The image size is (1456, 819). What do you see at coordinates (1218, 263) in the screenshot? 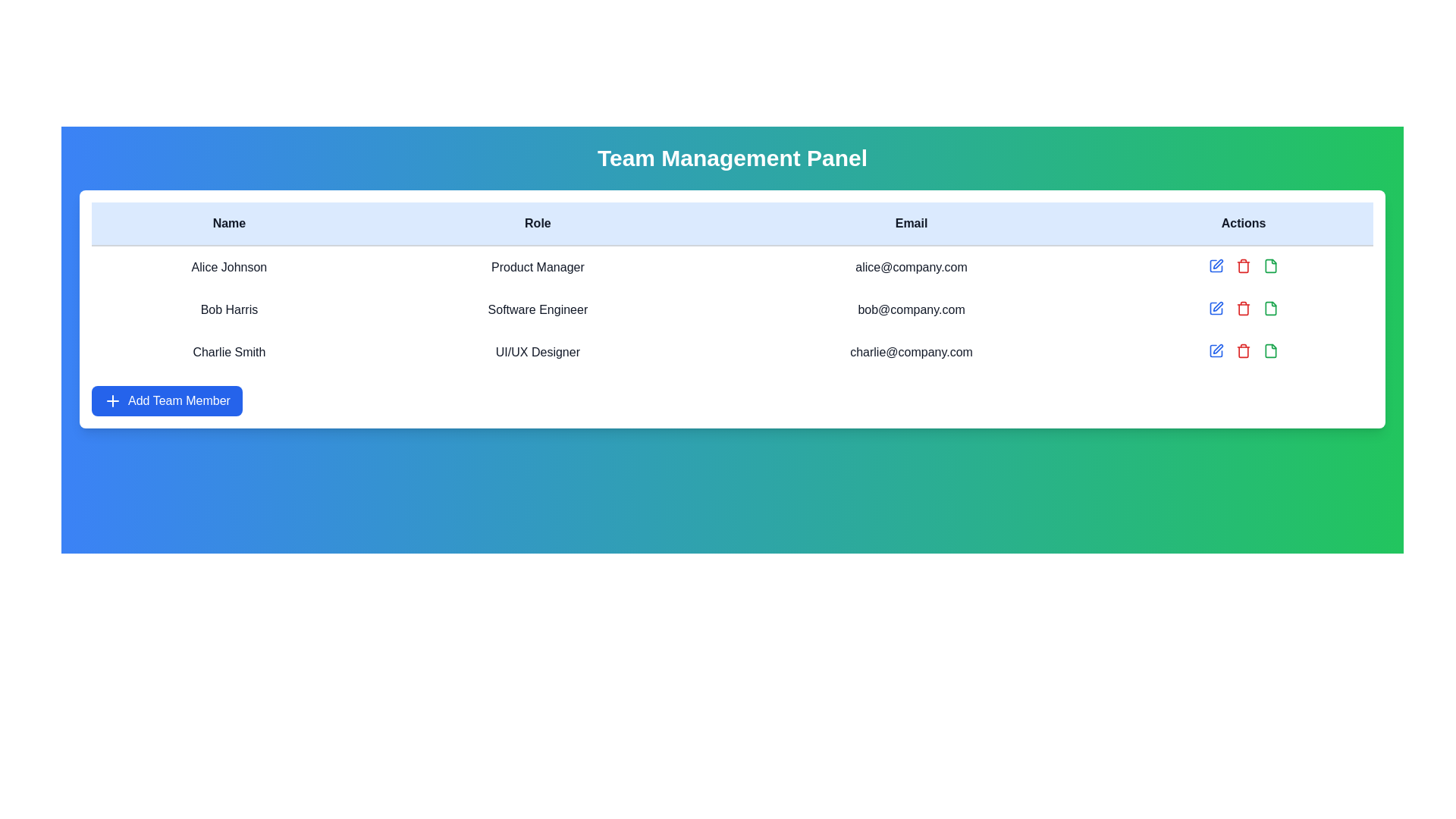
I see `the pen icon in the second row of the 'Actions' column of the table, which represents an action button for editing, located immediately to the right of the email information for user 'Bob Harris'` at bounding box center [1218, 263].